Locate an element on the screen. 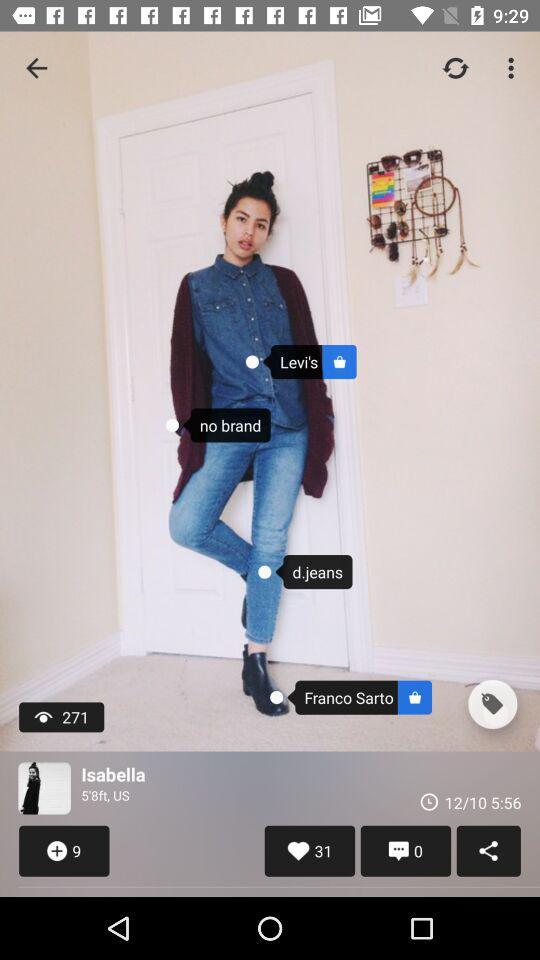 The image size is (540, 960). item above 12 10 5 icon is located at coordinates (491, 704).